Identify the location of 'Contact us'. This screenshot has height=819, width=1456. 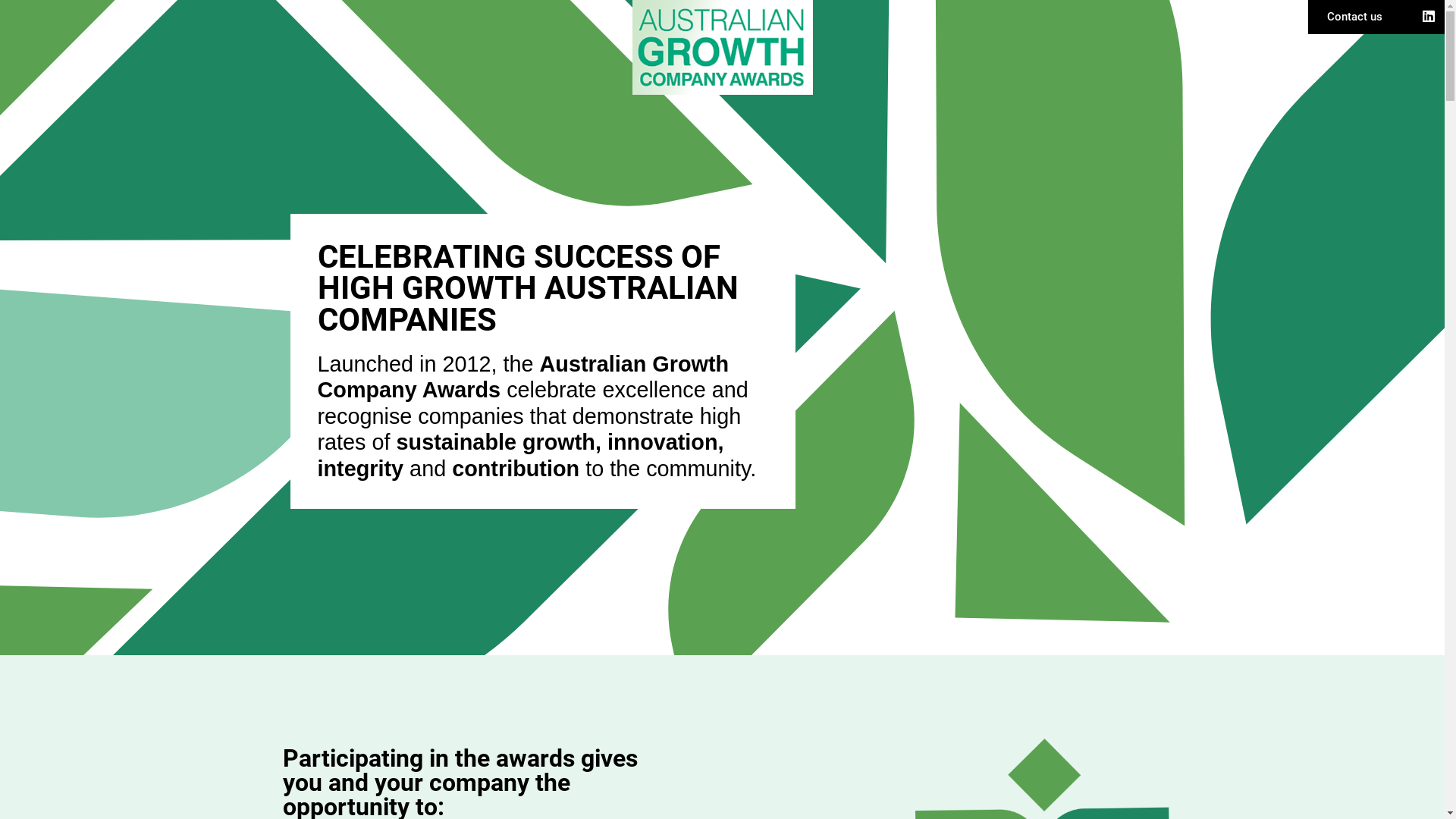
(1326, 17).